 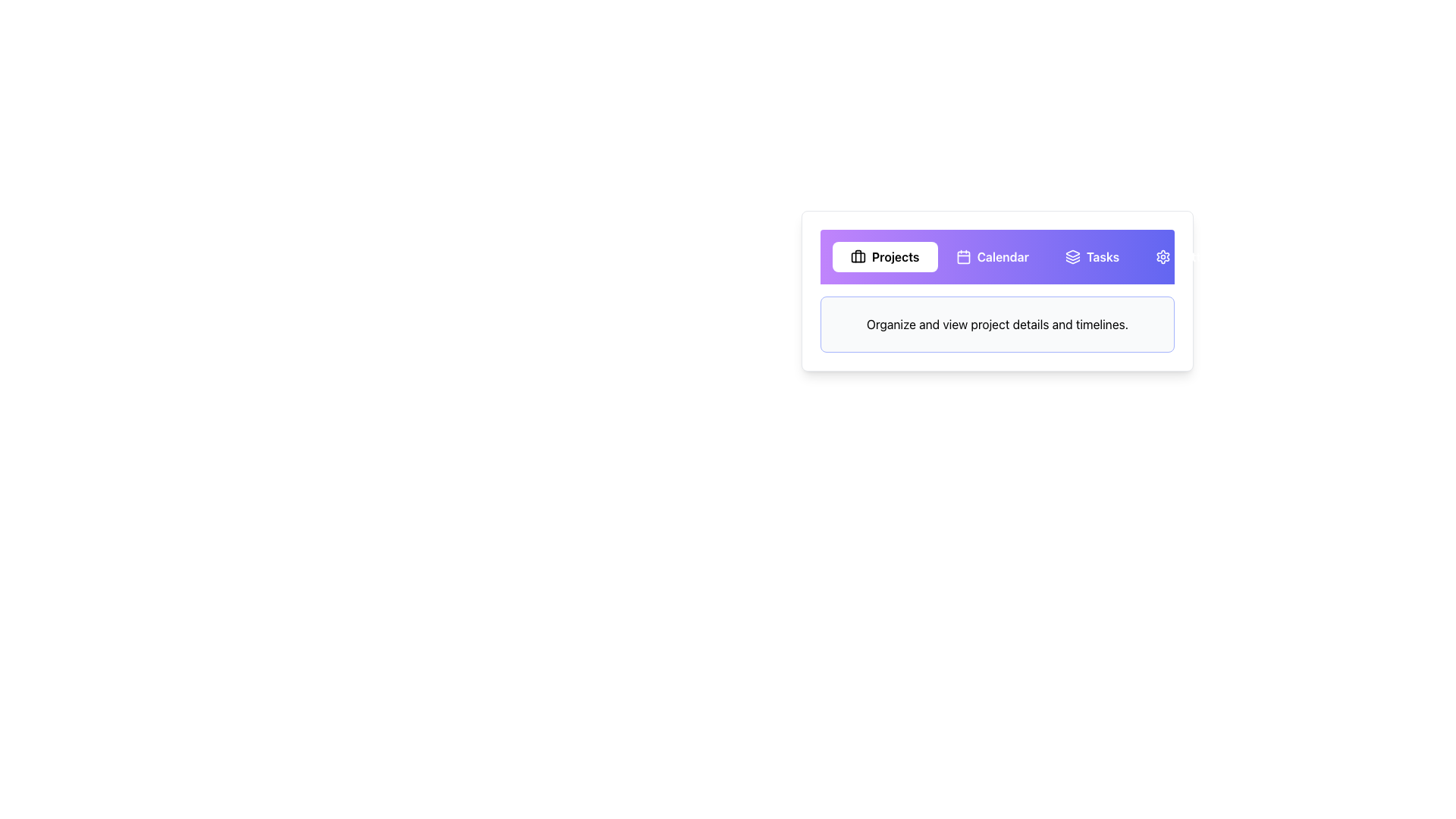 What do you see at coordinates (1163, 256) in the screenshot?
I see `the gear-shaped settings icon located on the far-right of the horizontal navigation bar within the highlighted purple section` at bounding box center [1163, 256].